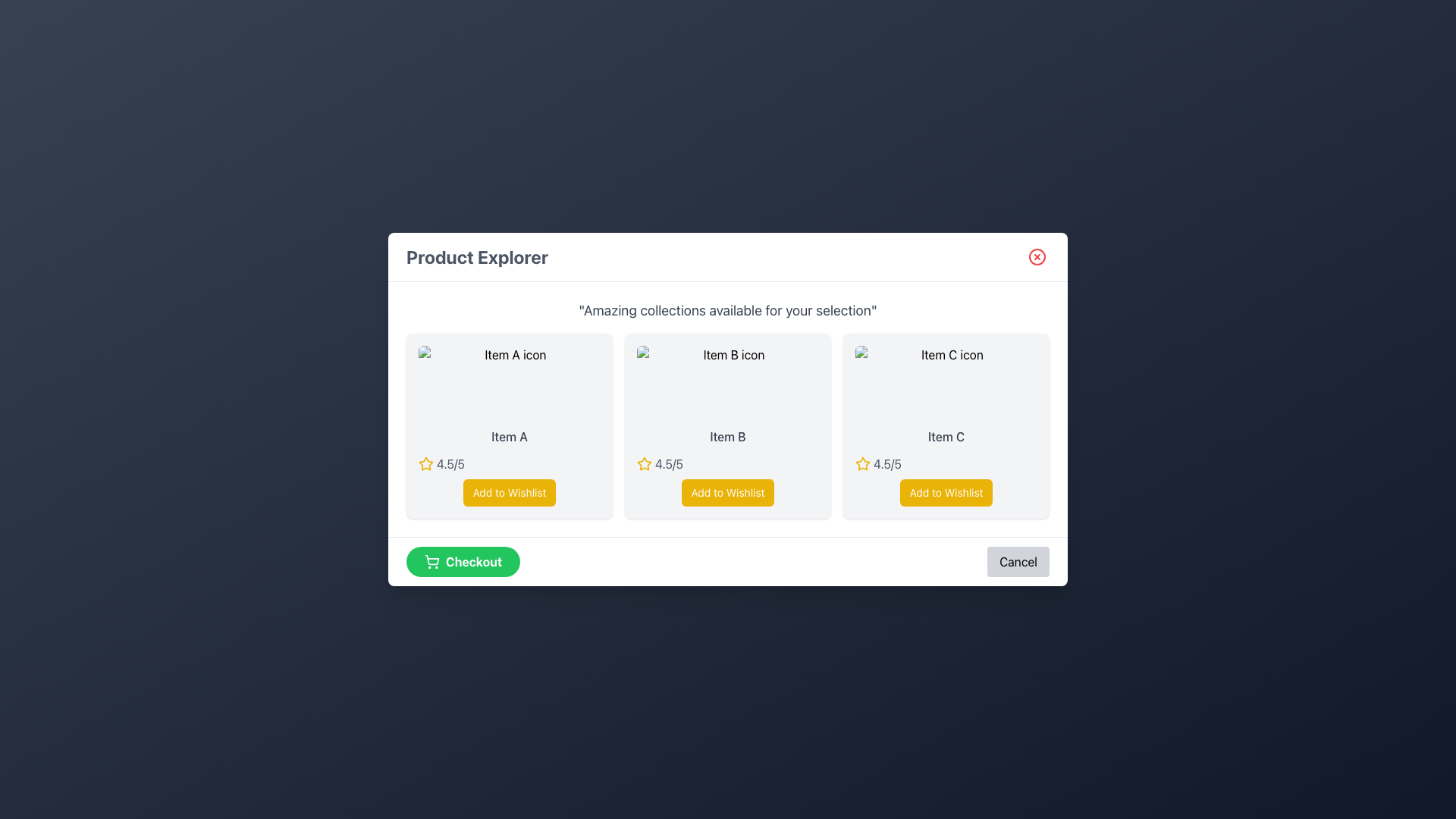 This screenshot has width=1456, height=819. I want to click on the rectangular image thumbnail with rounded corners displaying 'Item B', so click(728, 381).